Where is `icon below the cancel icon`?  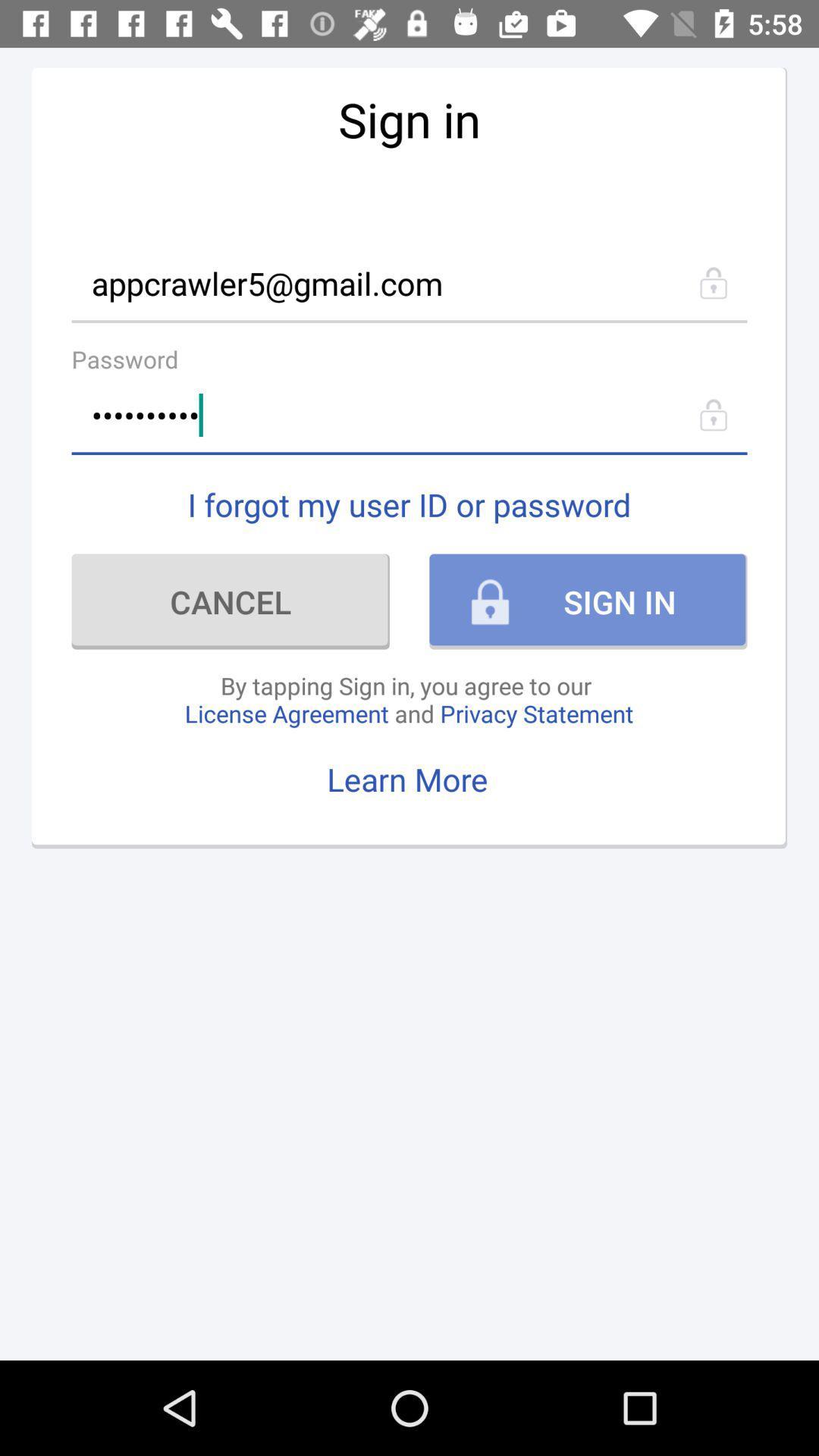
icon below the cancel icon is located at coordinates (408, 698).